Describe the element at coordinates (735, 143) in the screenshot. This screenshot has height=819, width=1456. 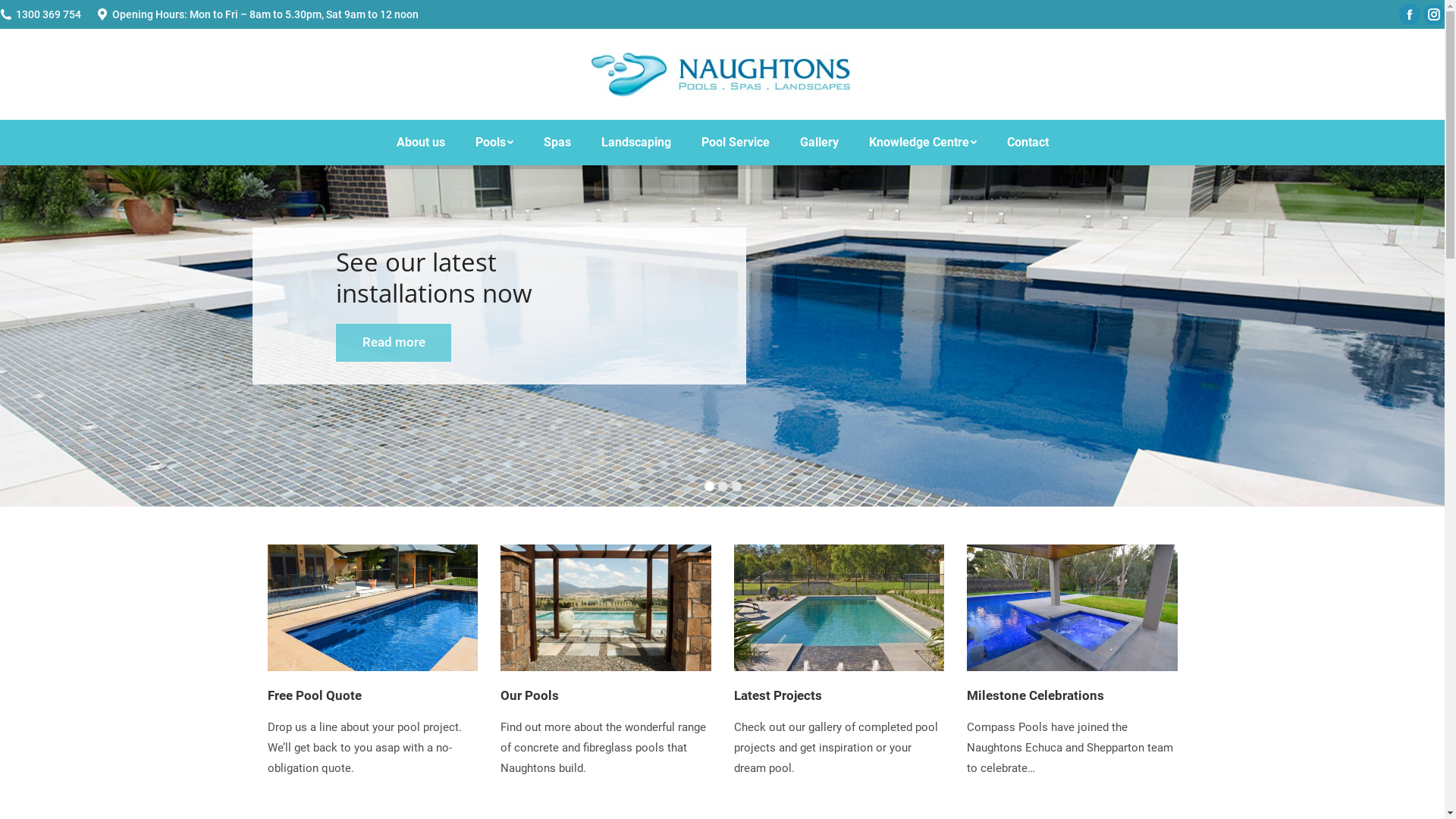
I see `'Pool Service'` at that location.